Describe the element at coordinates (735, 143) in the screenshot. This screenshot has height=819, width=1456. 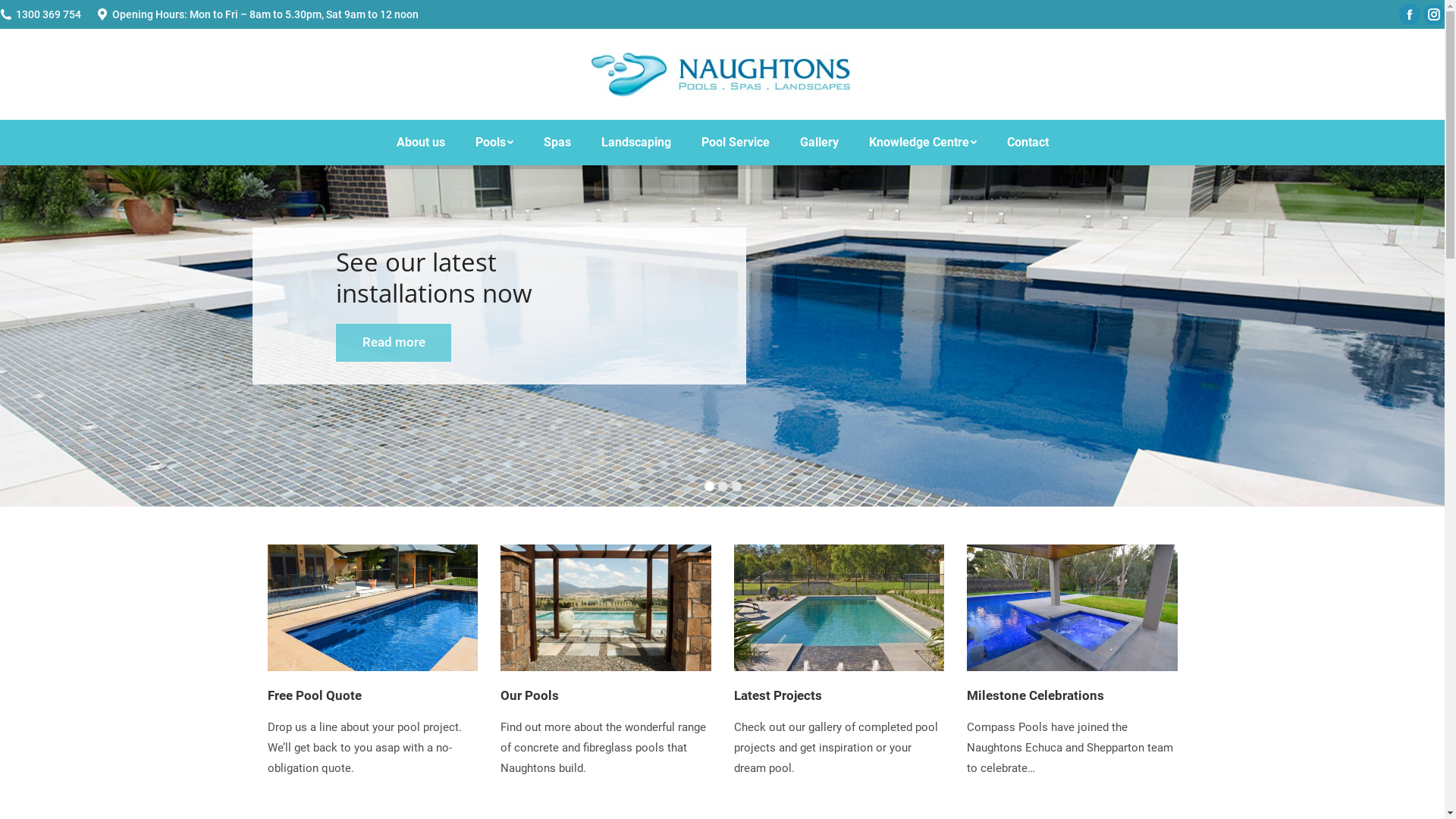
I see `'Pool Service'` at that location.